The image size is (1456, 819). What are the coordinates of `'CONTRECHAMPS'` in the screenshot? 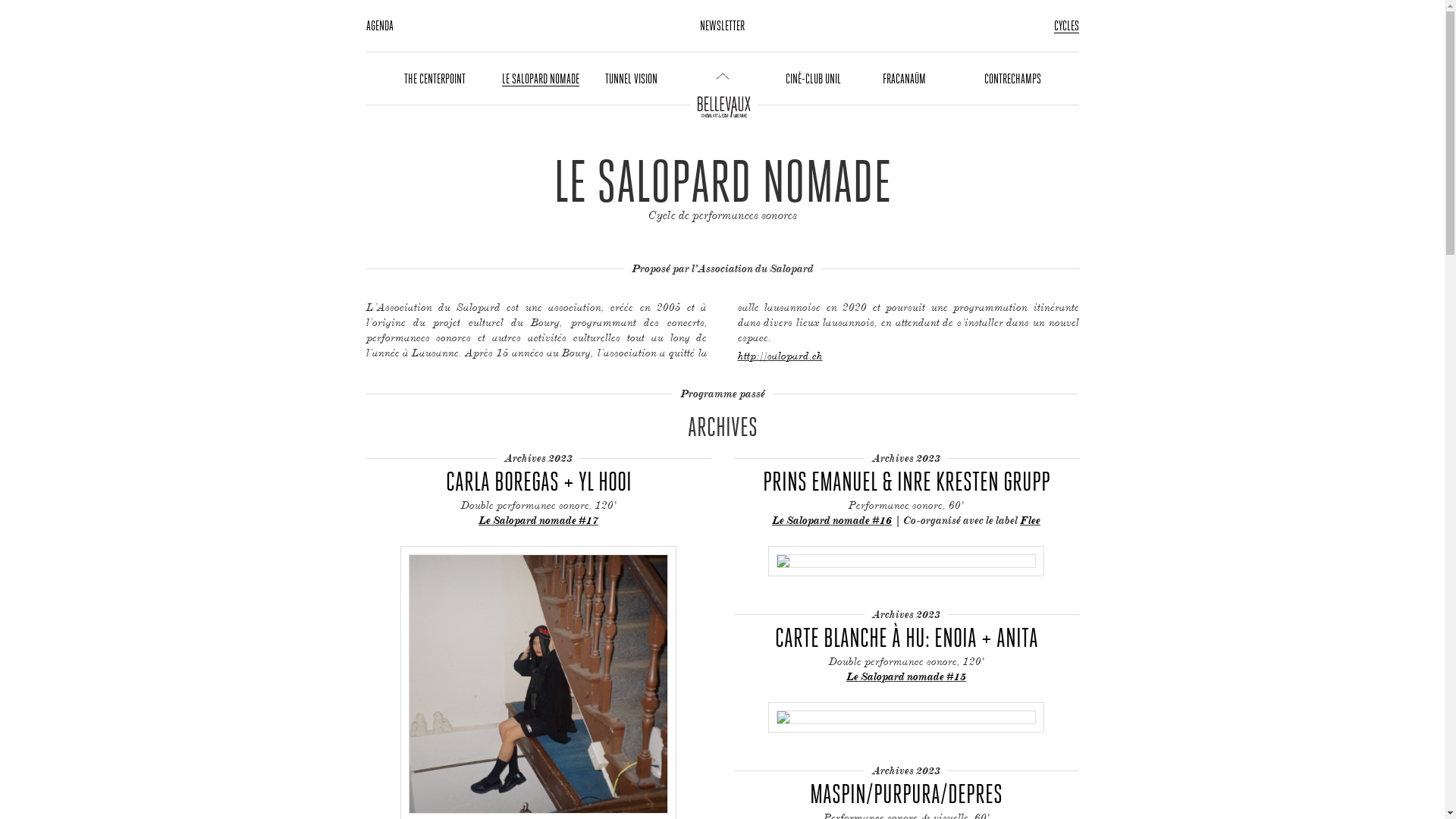 It's located at (1012, 78).